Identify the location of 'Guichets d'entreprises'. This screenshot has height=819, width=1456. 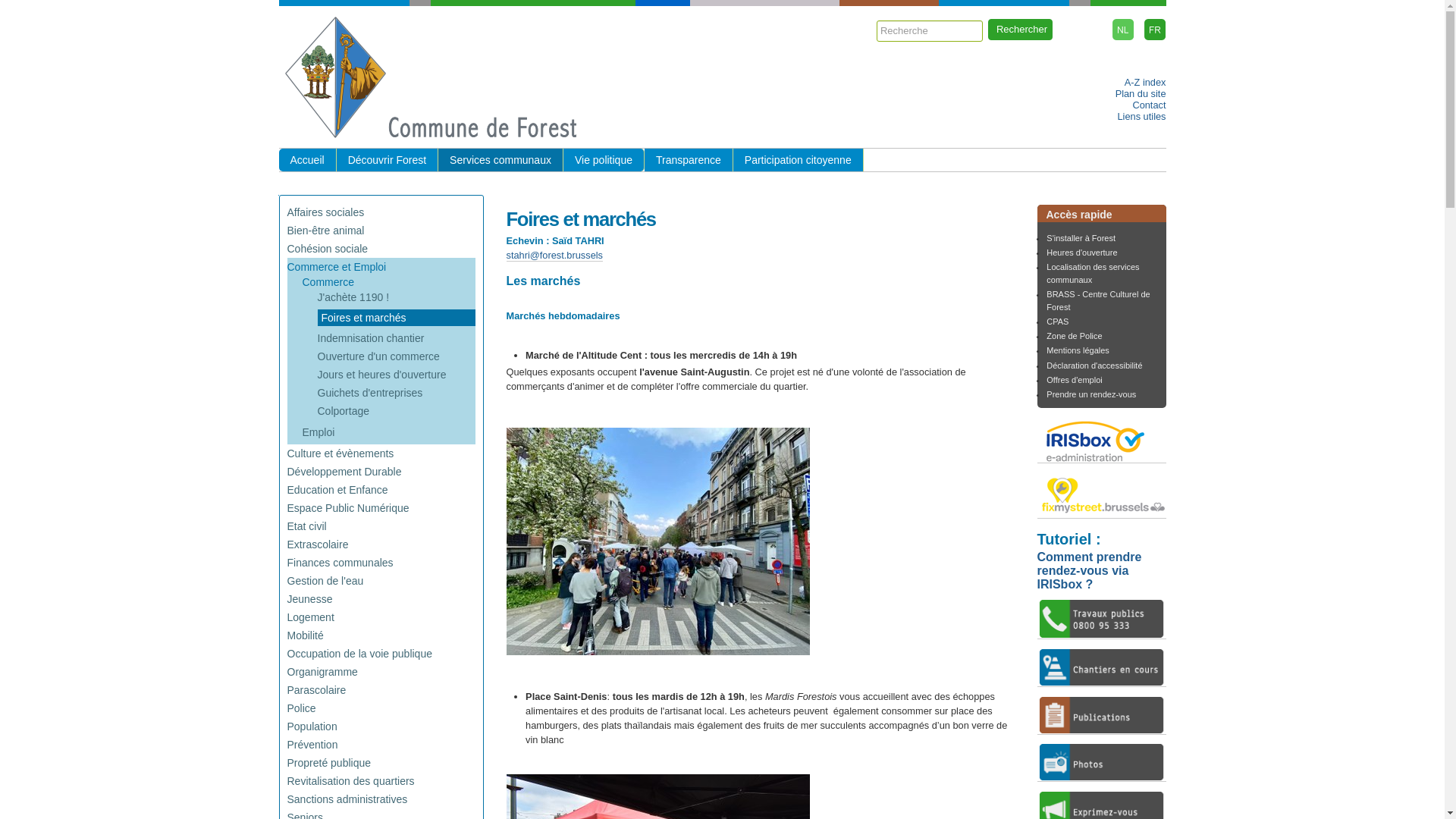
(315, 391).